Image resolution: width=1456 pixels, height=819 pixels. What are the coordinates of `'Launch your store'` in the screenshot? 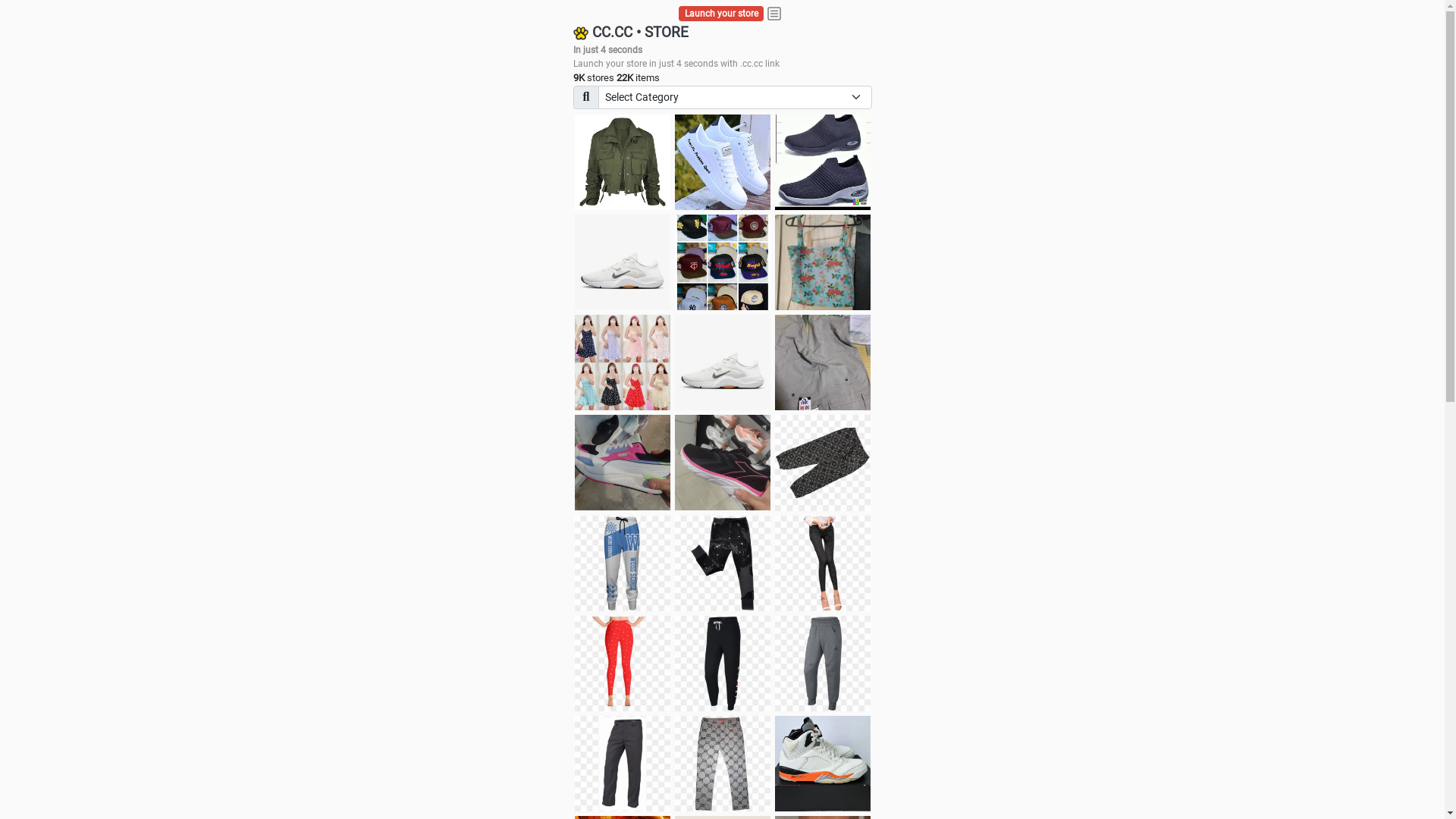 It's located at (720, 14).